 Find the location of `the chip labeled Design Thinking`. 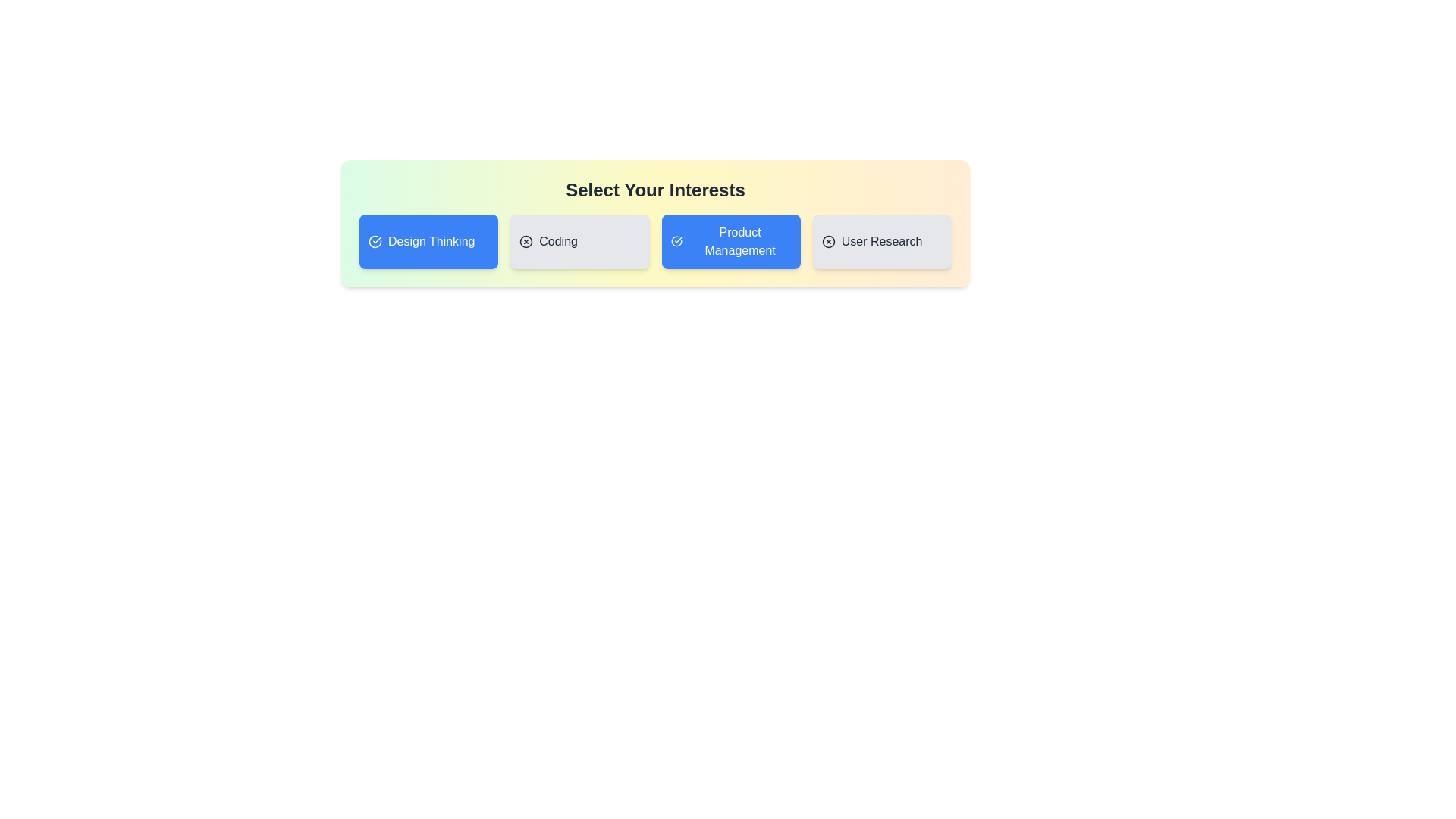

the chip labeled Design Thinking is located at coordinates (428, 241).